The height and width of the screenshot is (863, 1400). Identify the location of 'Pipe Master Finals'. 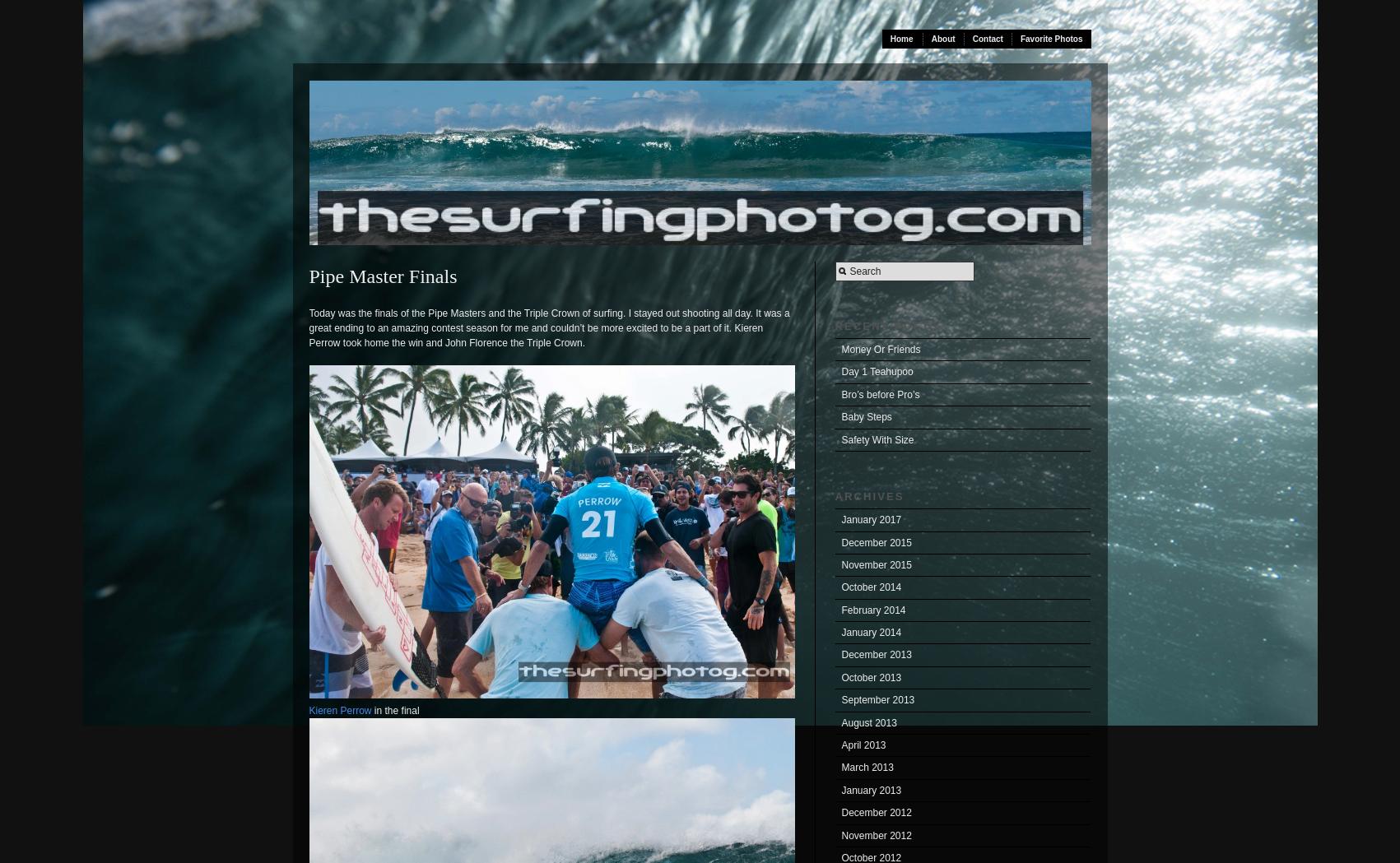
(382, 275).